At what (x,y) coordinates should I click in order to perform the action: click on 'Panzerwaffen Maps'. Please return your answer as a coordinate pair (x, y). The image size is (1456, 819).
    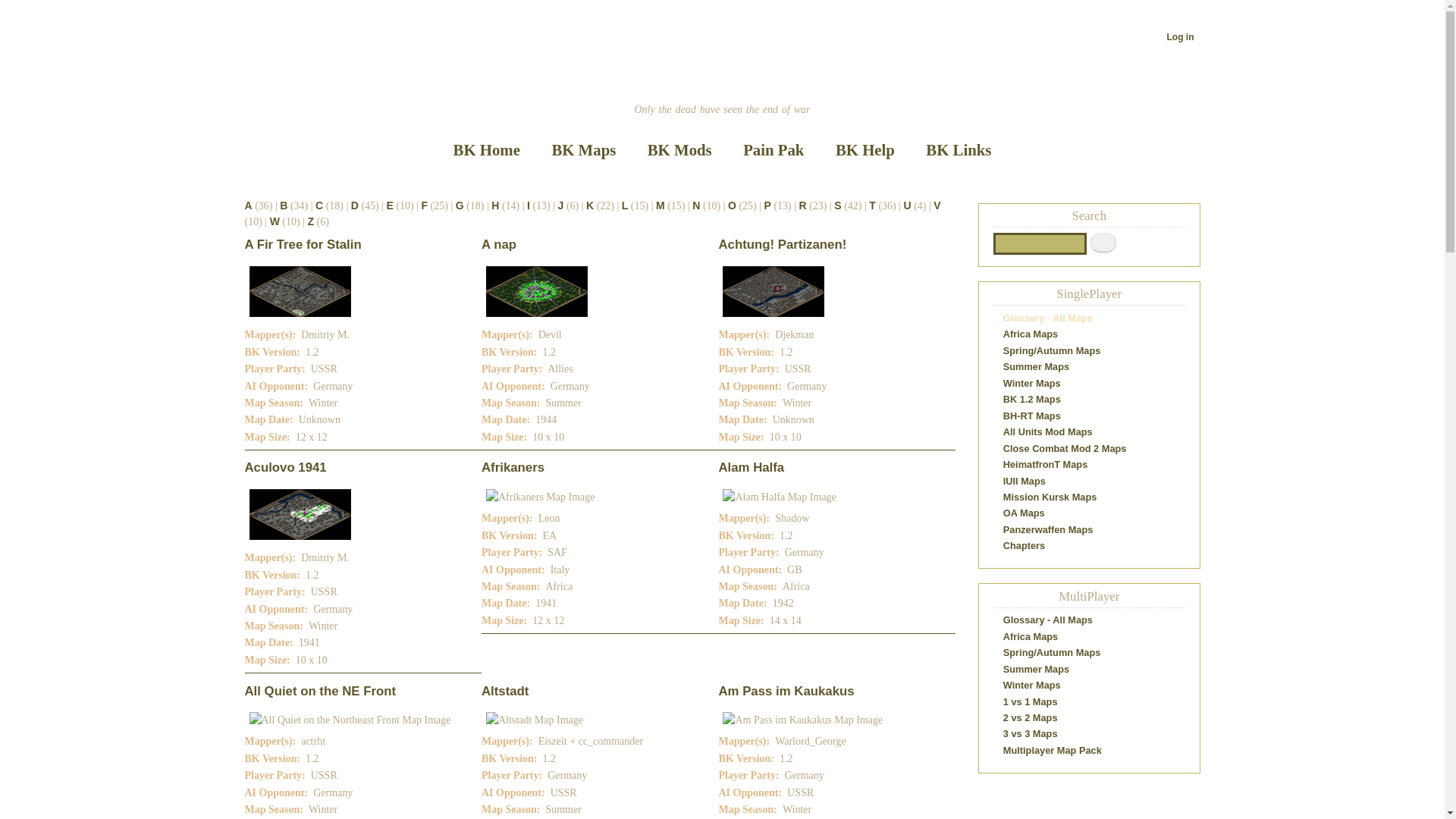
    Looking at the image, I should click on (1047, 529).